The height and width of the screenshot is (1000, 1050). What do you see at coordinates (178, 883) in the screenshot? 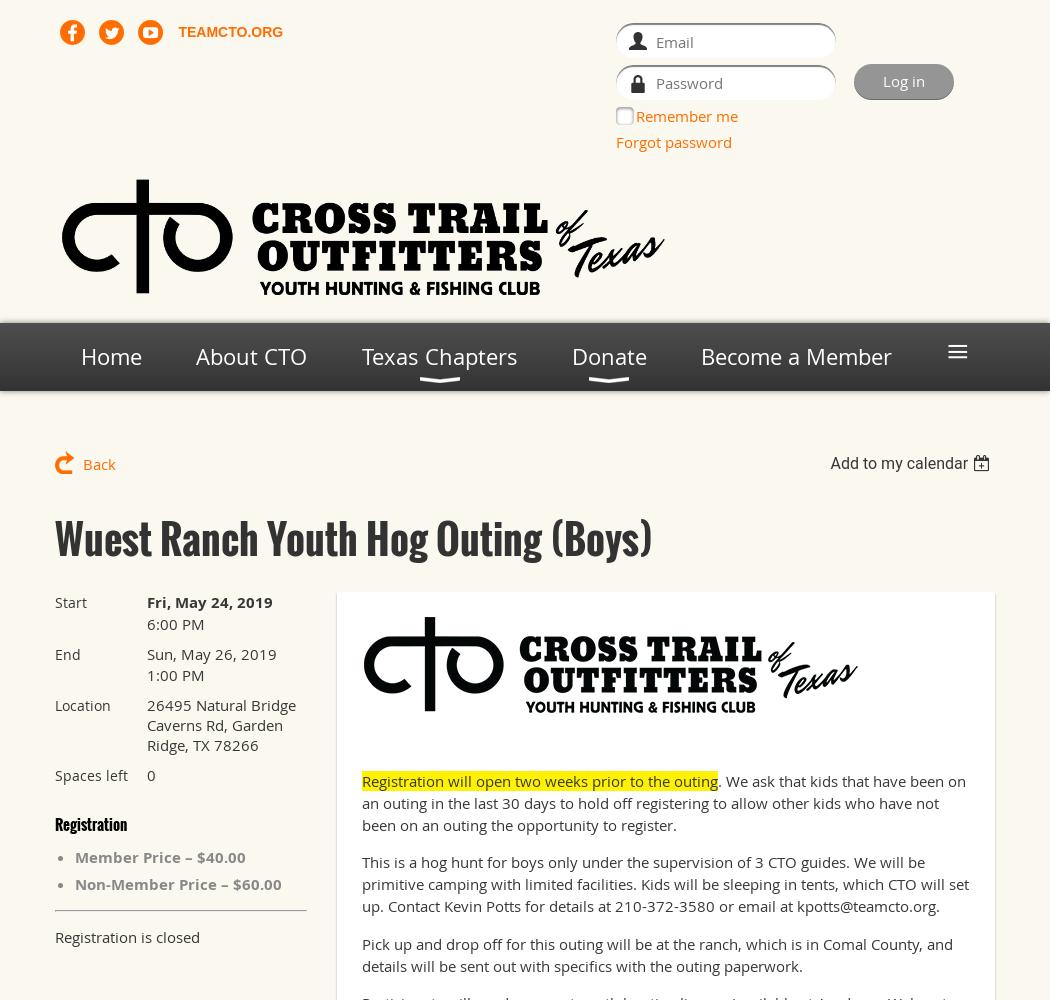
I see `'Non-Member Price – $60.00'` at bounding box center [178, 883].